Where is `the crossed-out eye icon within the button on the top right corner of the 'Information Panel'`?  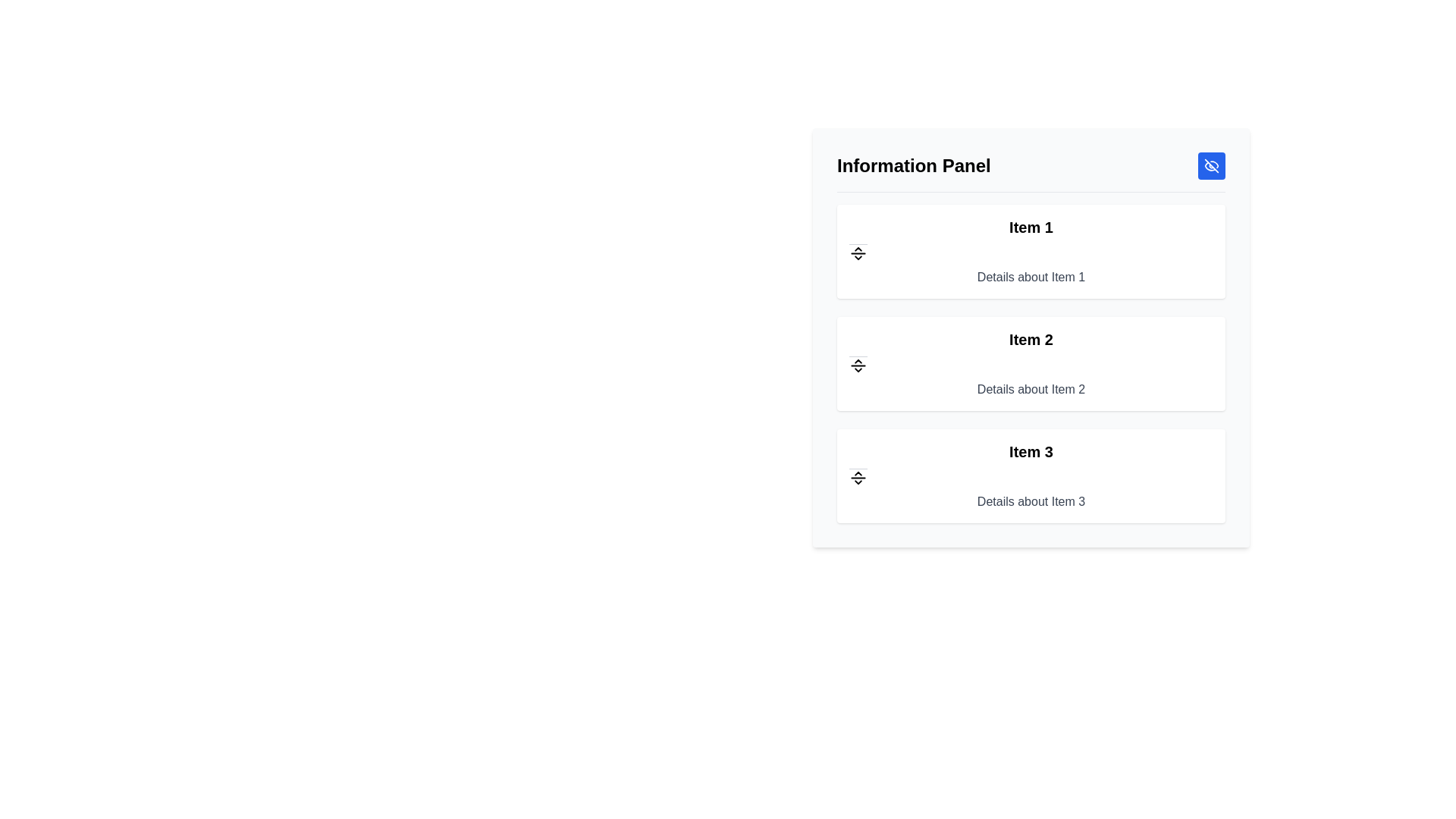 the crossed-out eye icon within the button on the top right corner of the 'Information Panel' is located at coordinates (1211, 166).